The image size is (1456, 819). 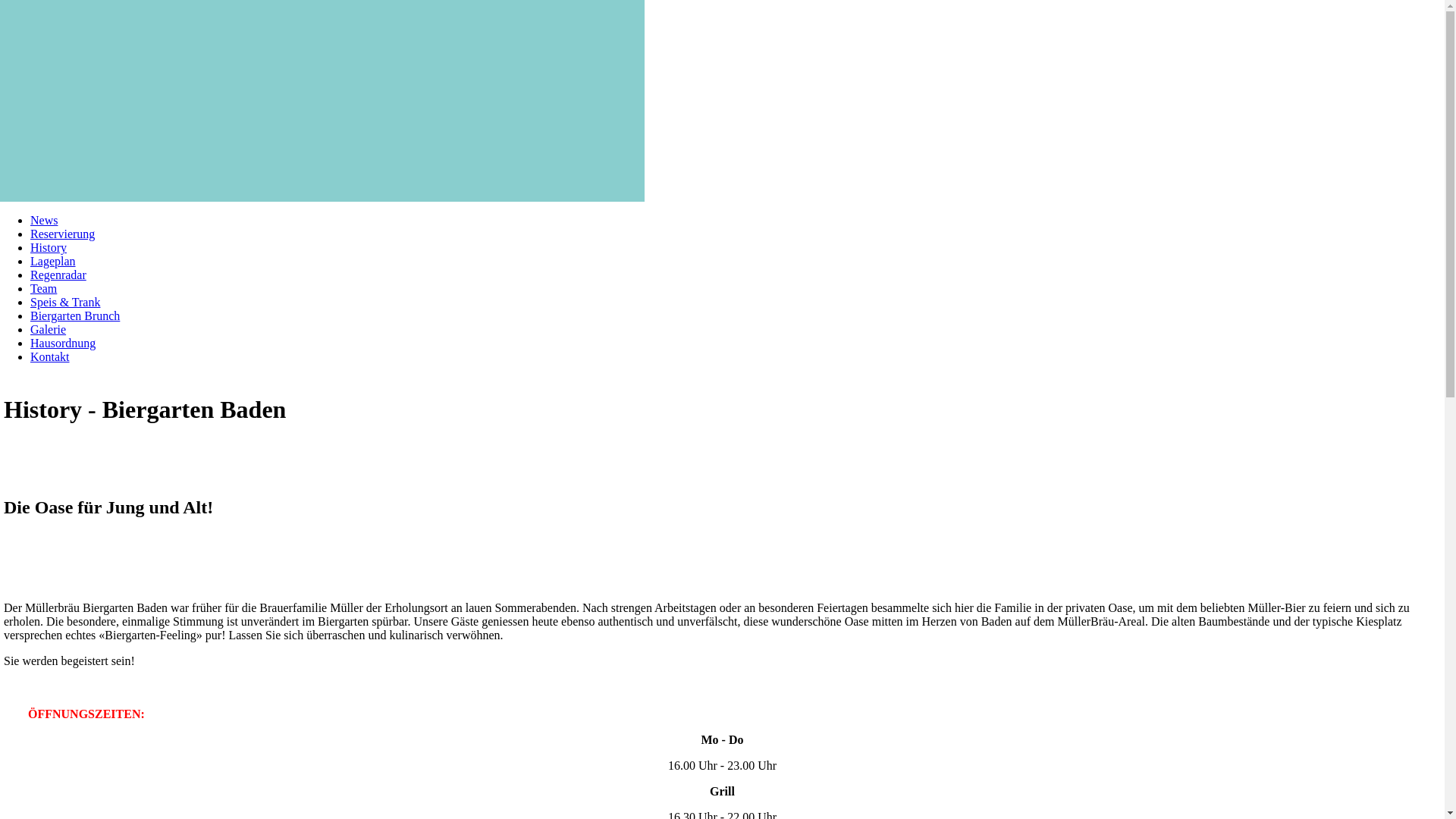 What do you see at coordinates (48, 246) in the screenshot?
I see `'History'` at bounding box center [48, 246].